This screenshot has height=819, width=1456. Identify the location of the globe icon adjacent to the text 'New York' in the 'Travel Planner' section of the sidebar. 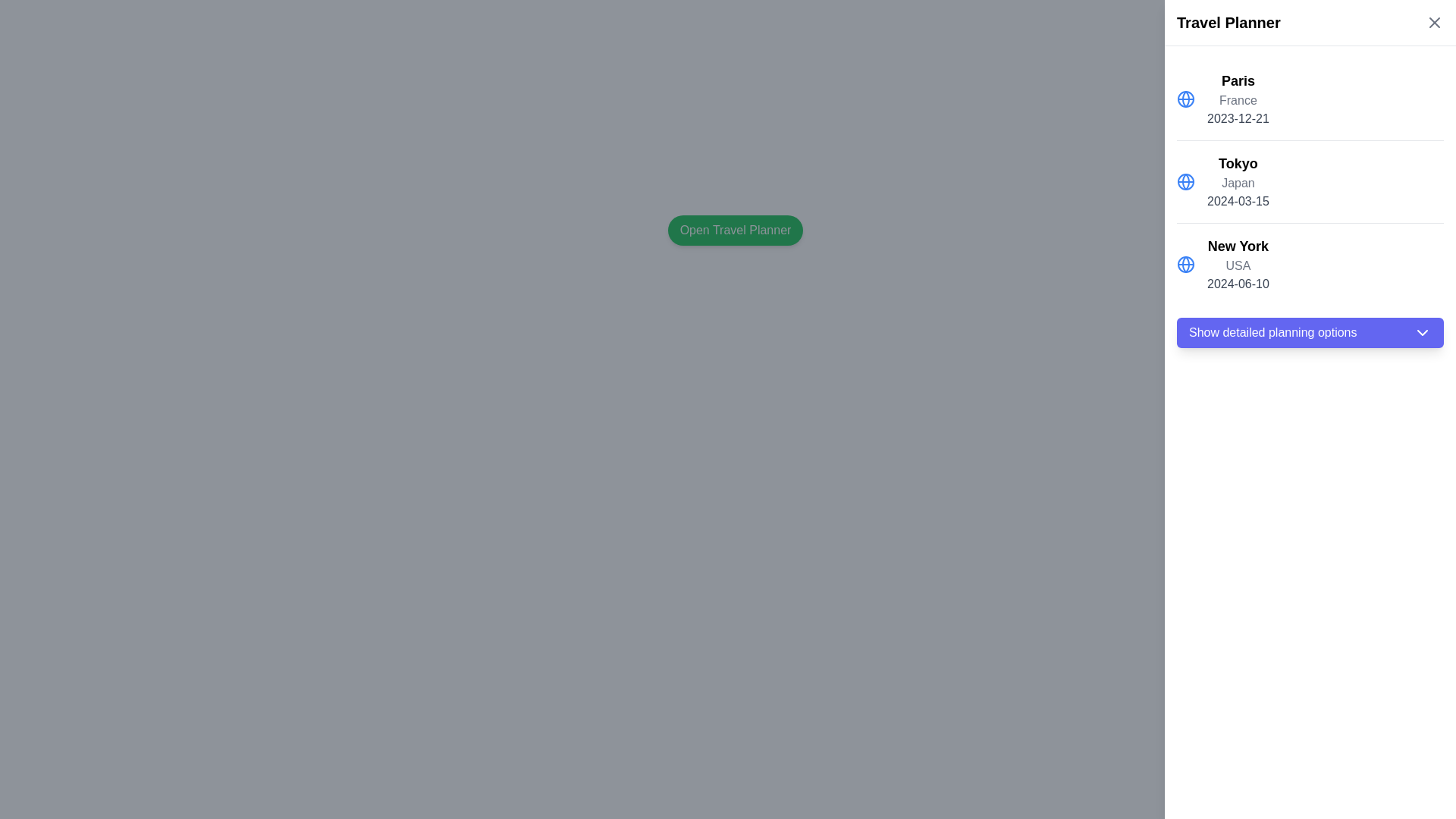
(1185, 263).